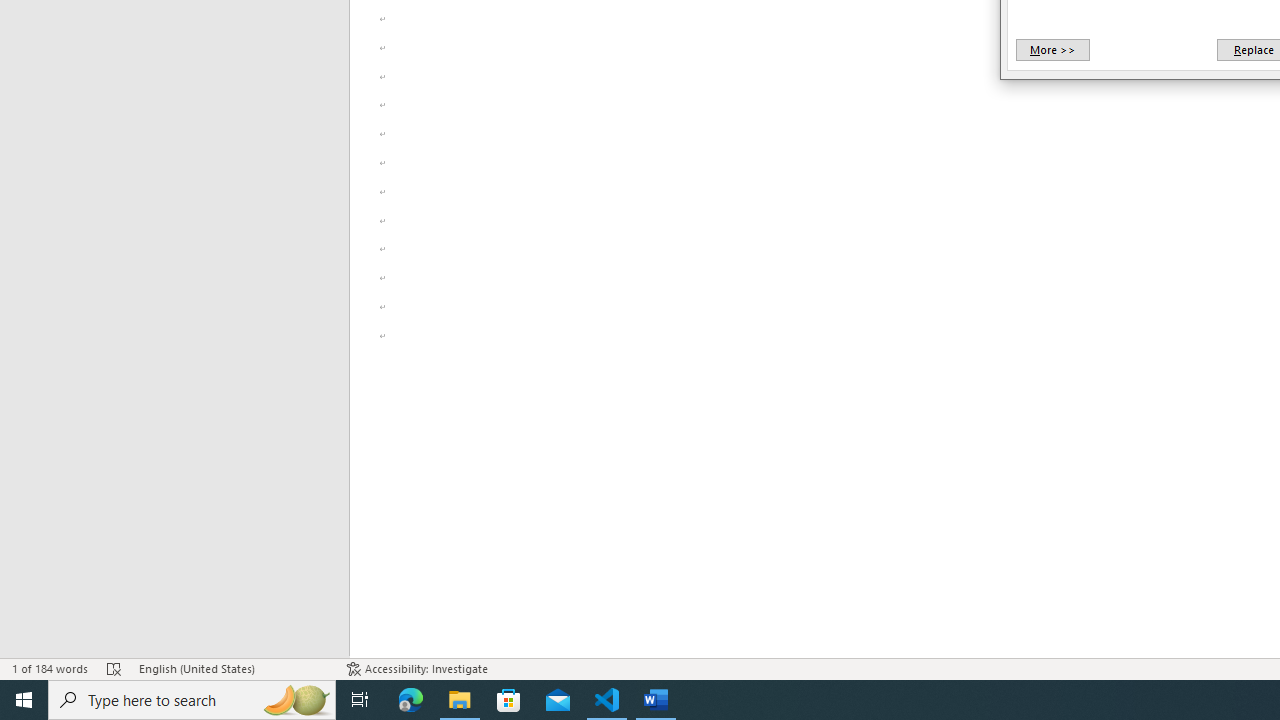  I want to click on 'Type here to search', so click(192, 698).